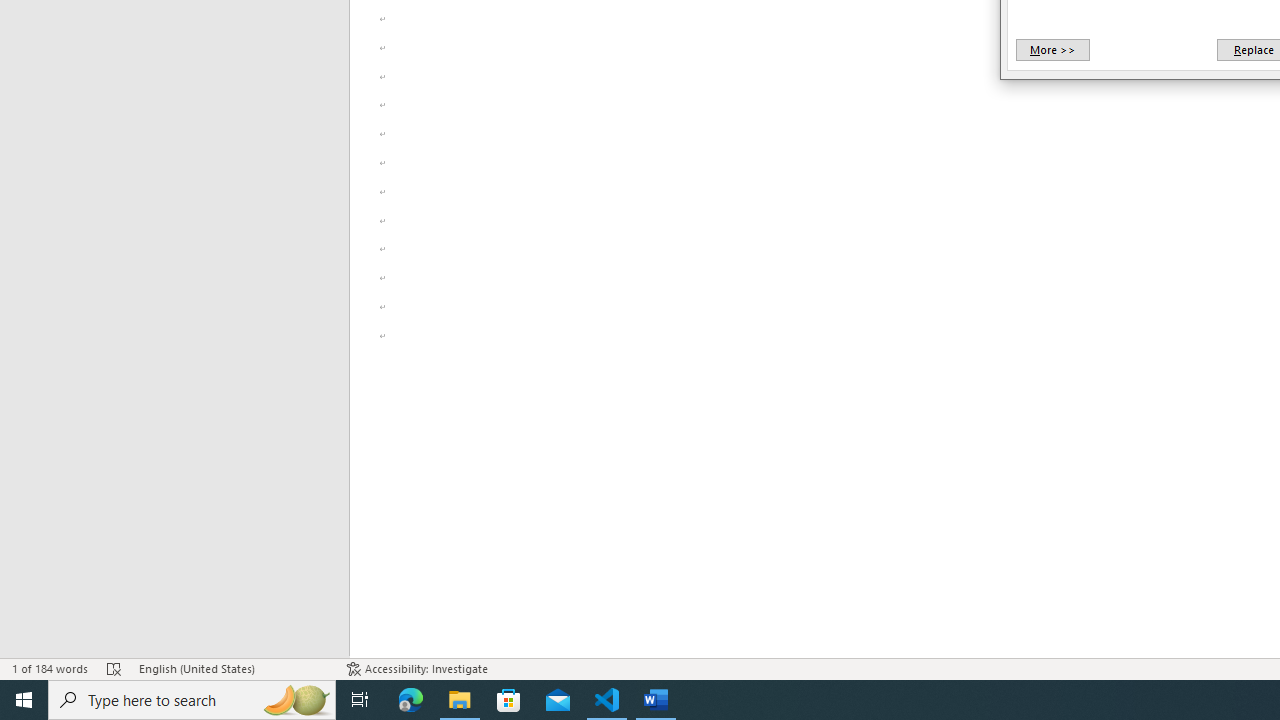  I want to click on 'Type here to search', so click(192, 698).